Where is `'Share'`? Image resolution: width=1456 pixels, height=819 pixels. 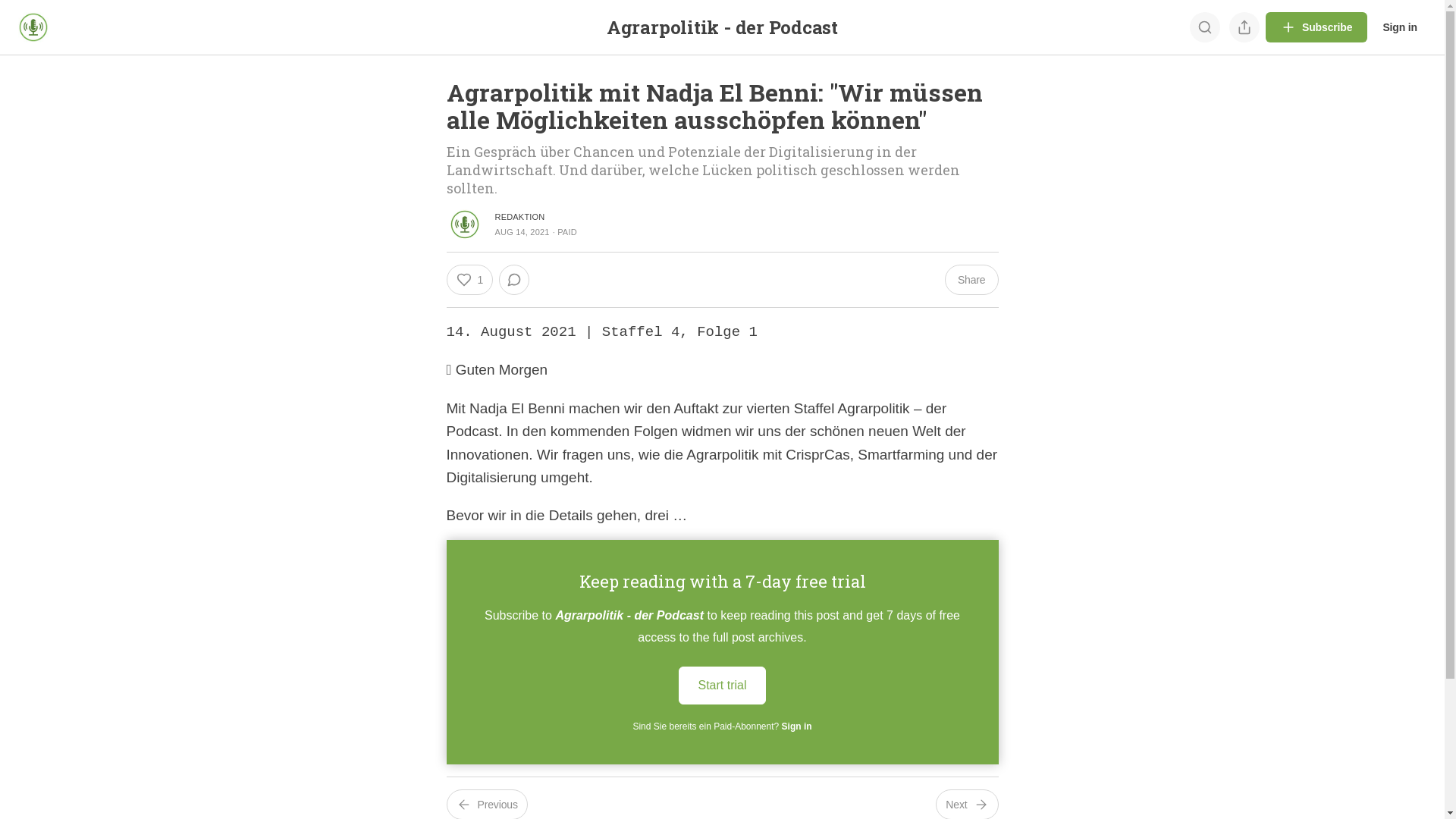 'Share' is located at coordinates (971, 280).